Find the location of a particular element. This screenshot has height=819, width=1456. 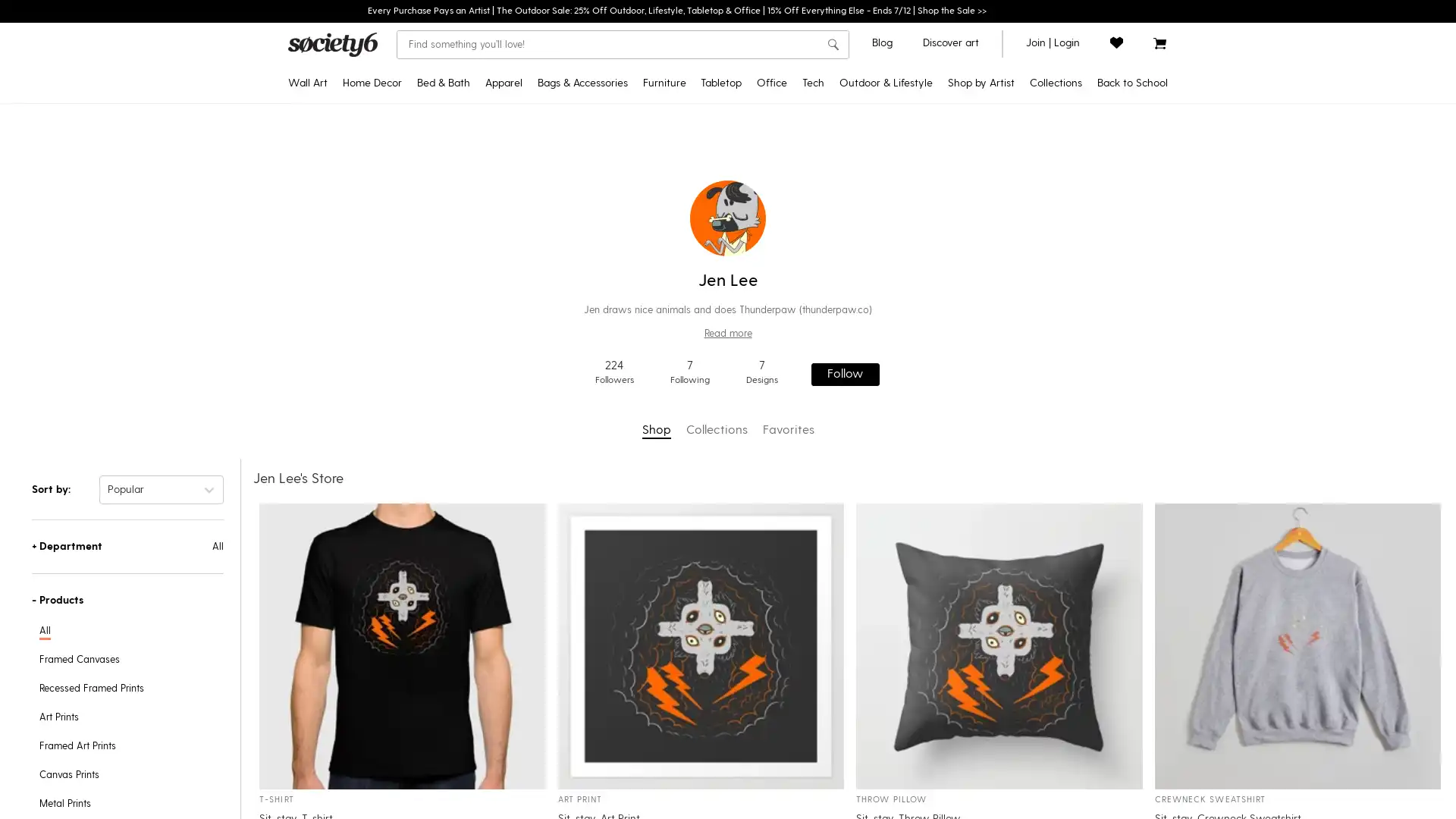

Throw Pillows is located at coordinates (400, 146).